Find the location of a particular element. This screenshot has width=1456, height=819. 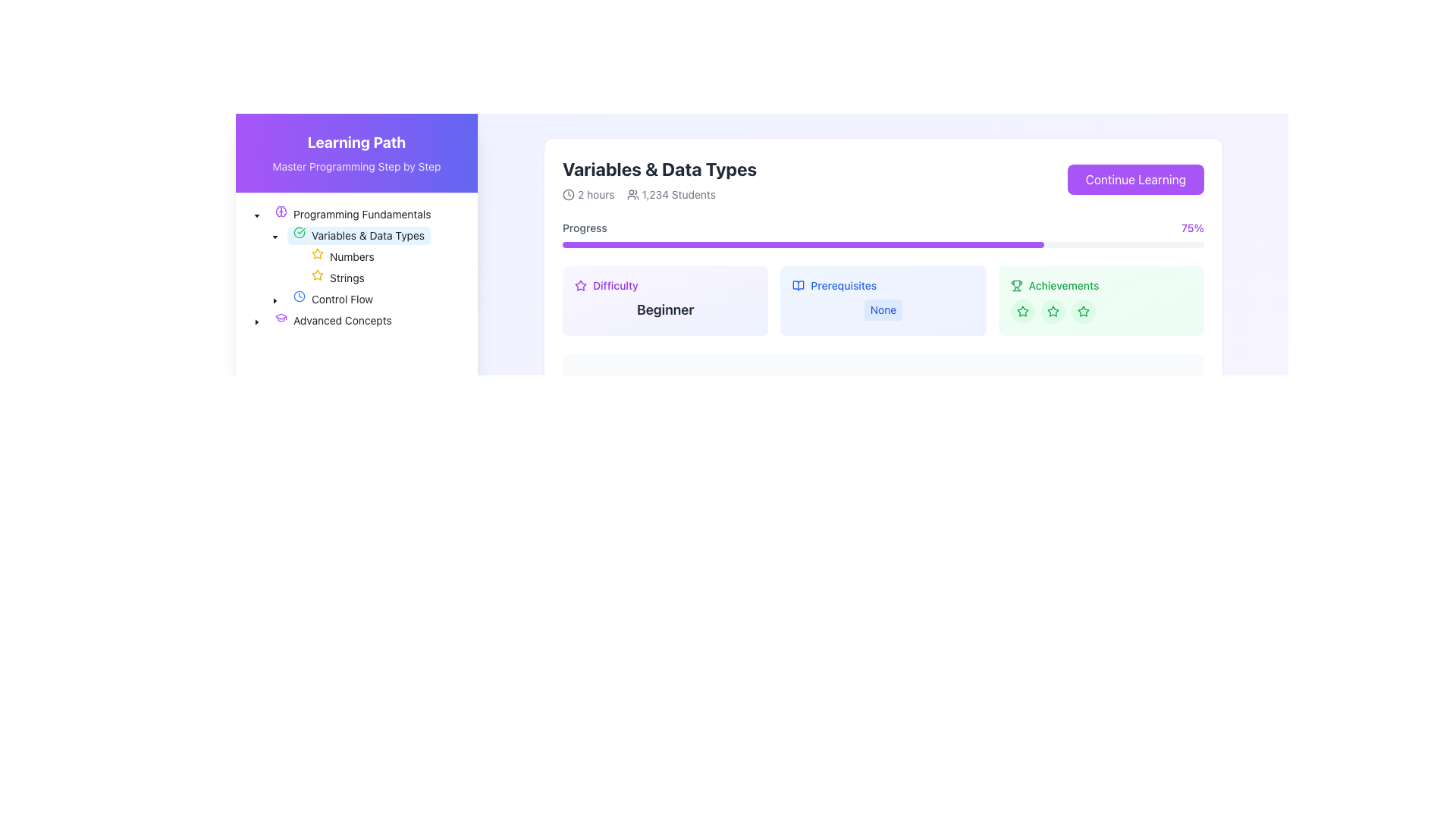

the tree node item labeled 'Advanced Concepts' which is visually represented with a purple graduation cap icon, located under 'Programming Fundamentals' is located at coordinates (332, 320).